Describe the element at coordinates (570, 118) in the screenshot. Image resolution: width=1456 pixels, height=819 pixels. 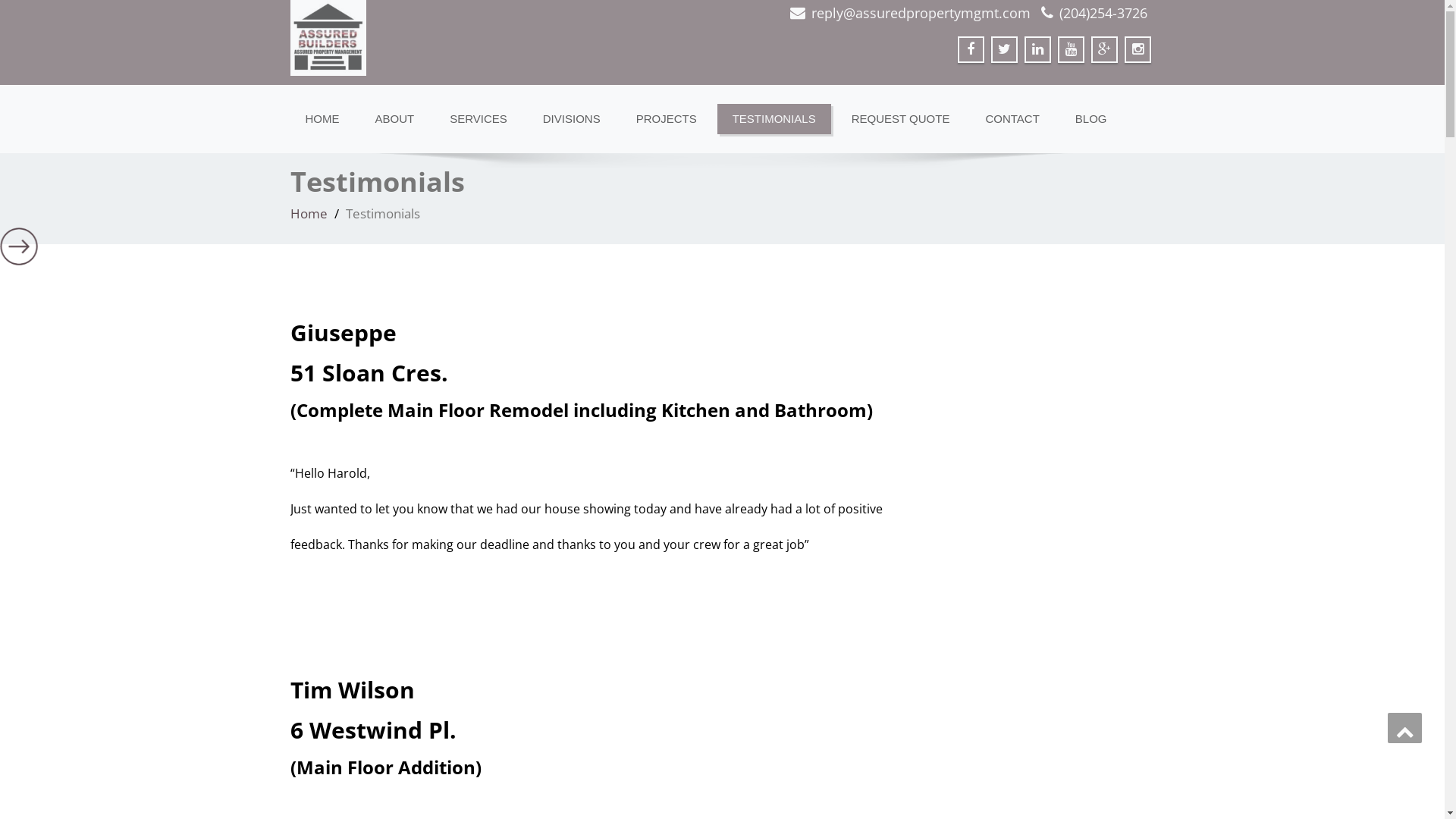
I see `'DIVISIONS'` at that location.